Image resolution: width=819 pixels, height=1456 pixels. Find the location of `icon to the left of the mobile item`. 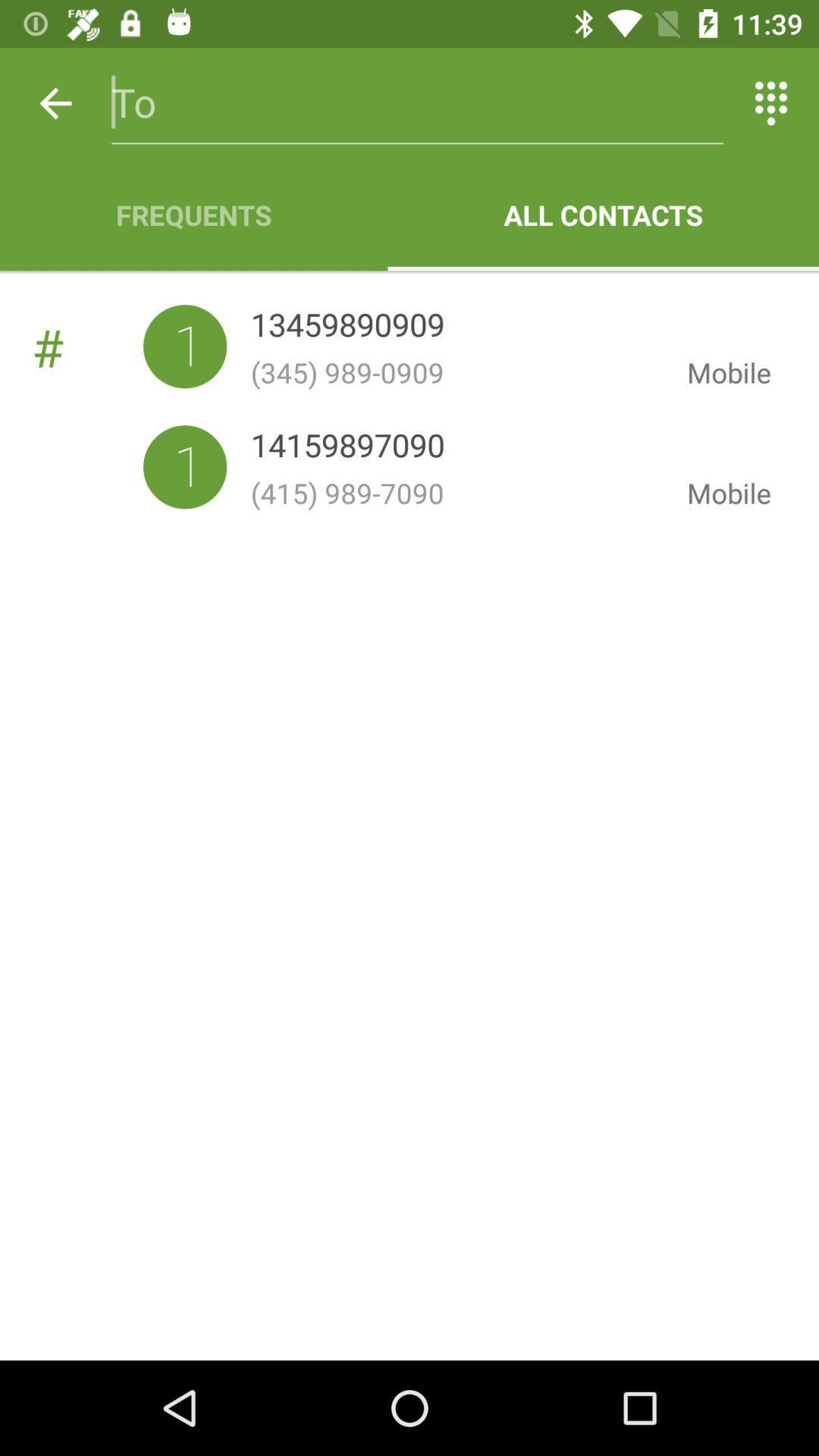

icon to the left of the mobile item is located at coordinates (456, 372).